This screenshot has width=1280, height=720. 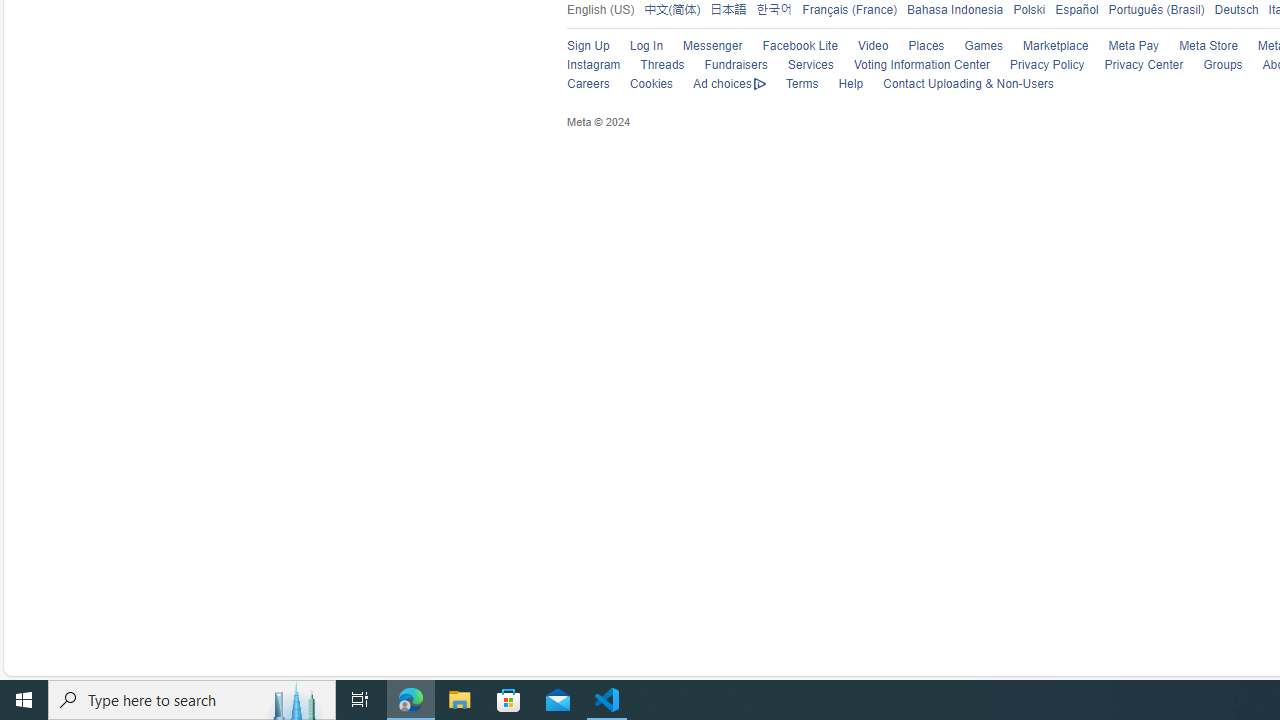 What do you see at coordinates (587, 83) in the screenshot?
I see `'Careers'` at bounding box center [587, 83].